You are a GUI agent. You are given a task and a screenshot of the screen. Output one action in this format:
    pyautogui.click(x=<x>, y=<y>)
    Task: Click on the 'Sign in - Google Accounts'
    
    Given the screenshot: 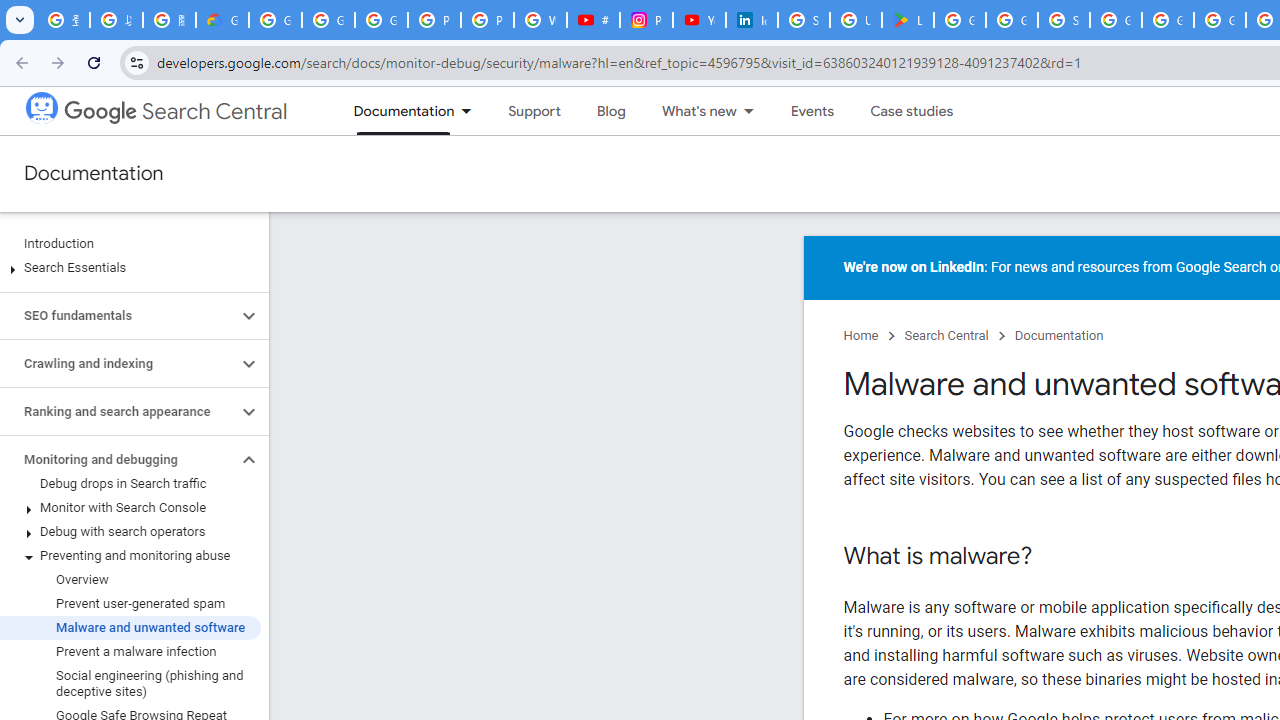 What is the action you would take?
    pyautogui.click(x=1063, y=20)
    